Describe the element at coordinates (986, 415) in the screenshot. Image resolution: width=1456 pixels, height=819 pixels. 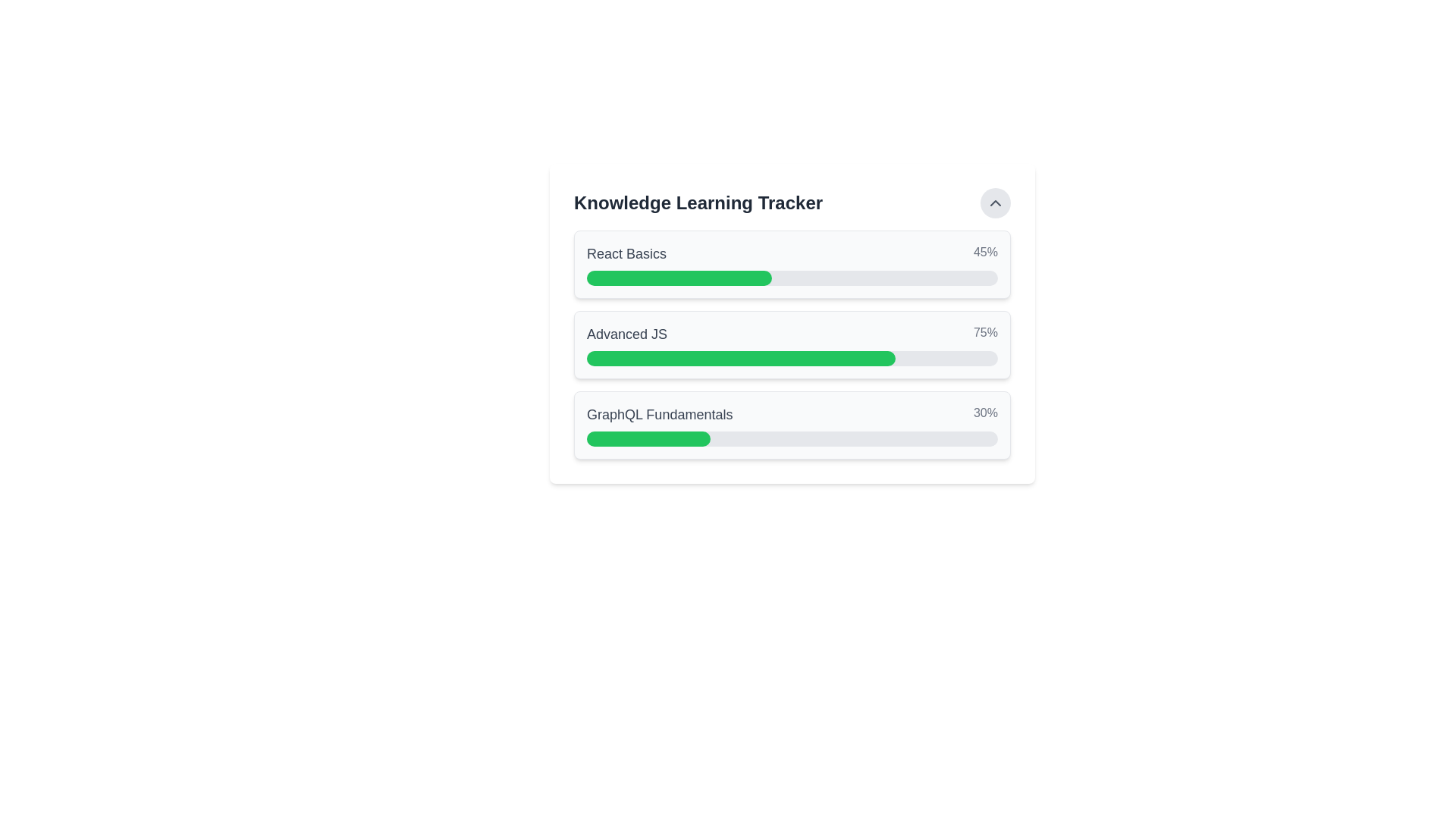
I see `the text label displaying '30%' in gray, which indicates progress and is located to the right of the 'GraphQL Fundamentals' label` at that location.